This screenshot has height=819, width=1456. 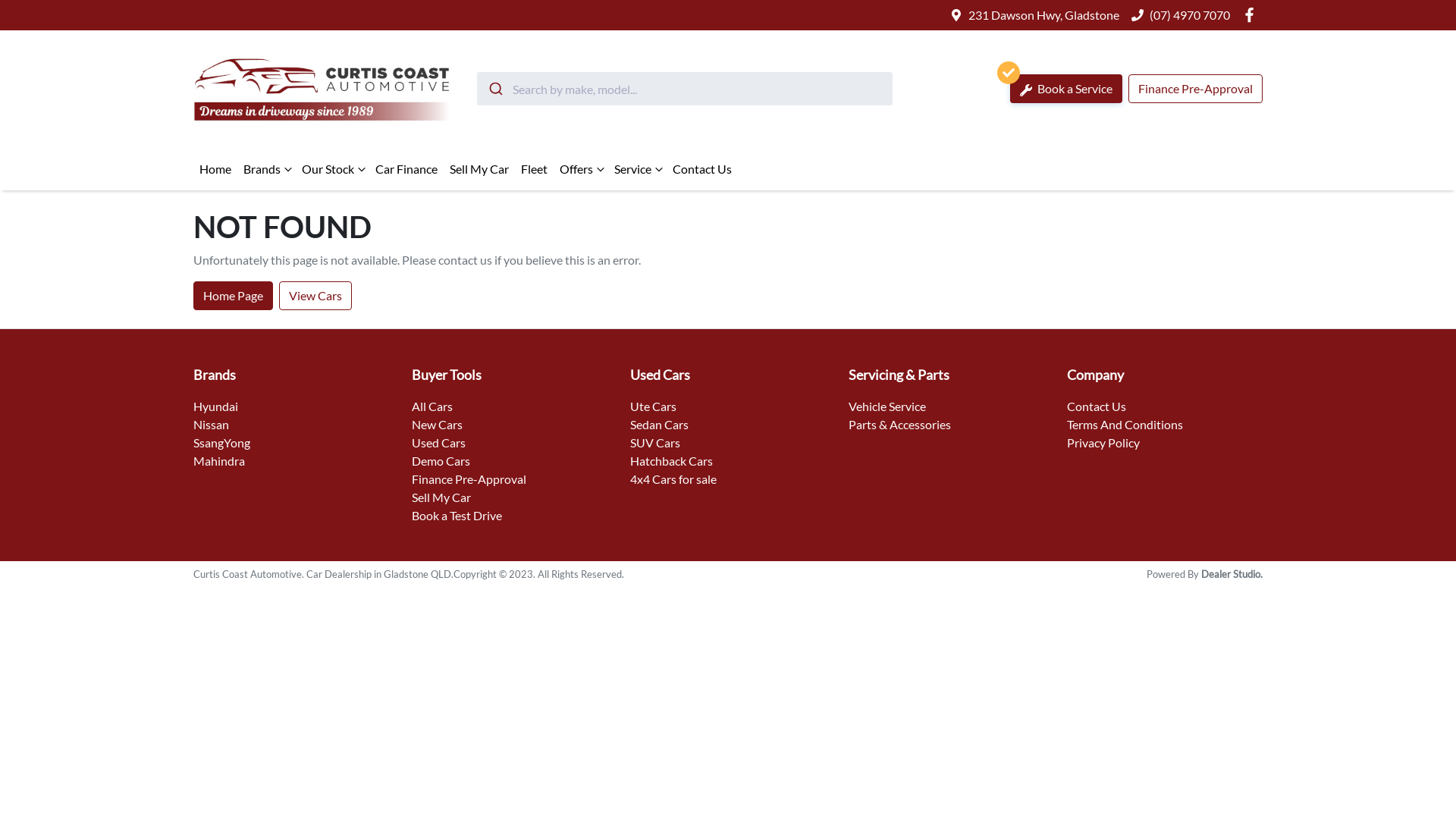 I want to click on 'Terms And Conditions', so click(x=1125, y=424).